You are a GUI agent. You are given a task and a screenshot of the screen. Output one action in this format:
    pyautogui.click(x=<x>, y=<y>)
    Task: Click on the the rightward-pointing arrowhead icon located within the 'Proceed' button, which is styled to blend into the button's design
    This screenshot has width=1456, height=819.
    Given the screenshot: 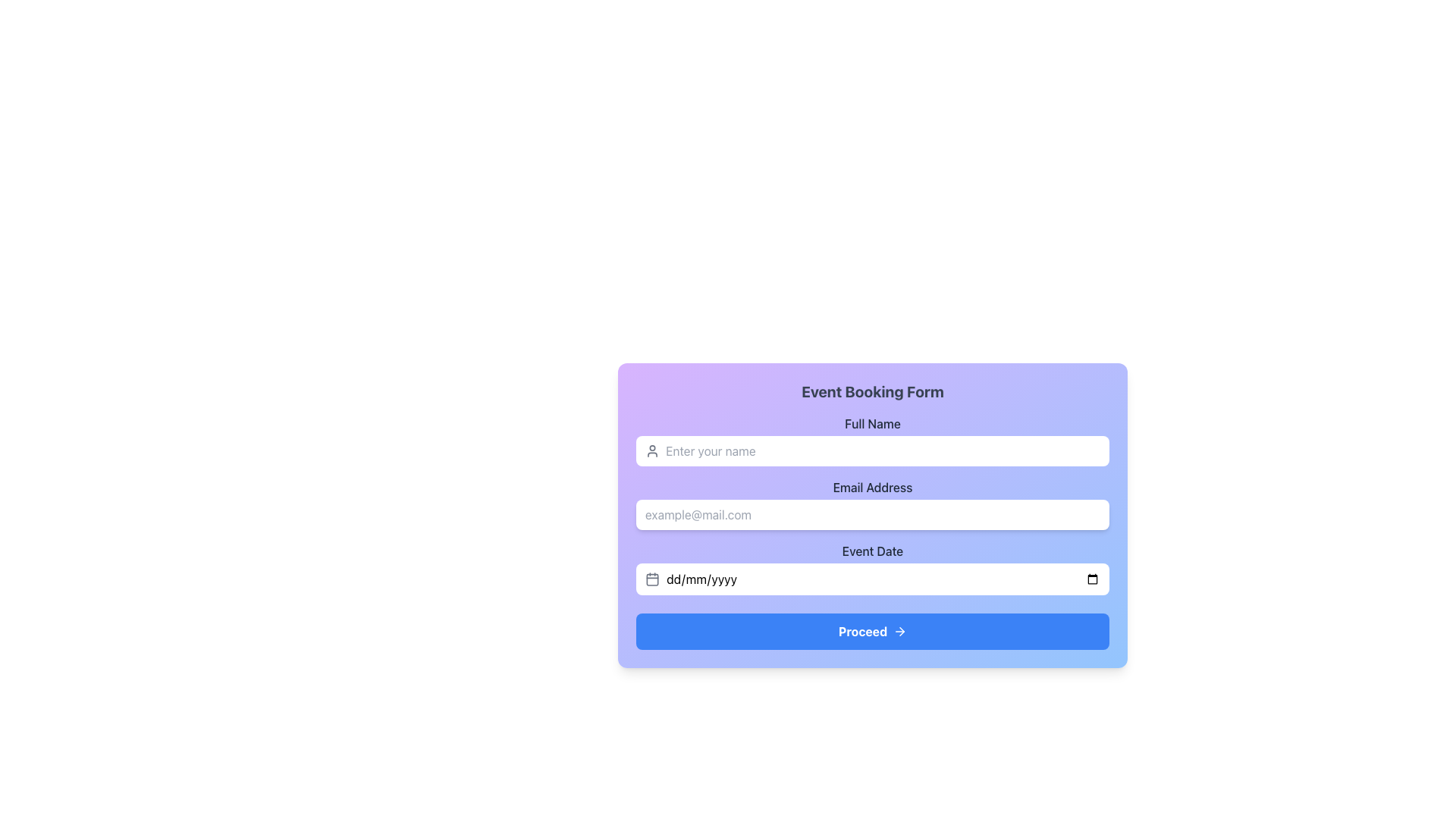 What is the action you would take?
    pyautogui.click(x=902, y=632)
    